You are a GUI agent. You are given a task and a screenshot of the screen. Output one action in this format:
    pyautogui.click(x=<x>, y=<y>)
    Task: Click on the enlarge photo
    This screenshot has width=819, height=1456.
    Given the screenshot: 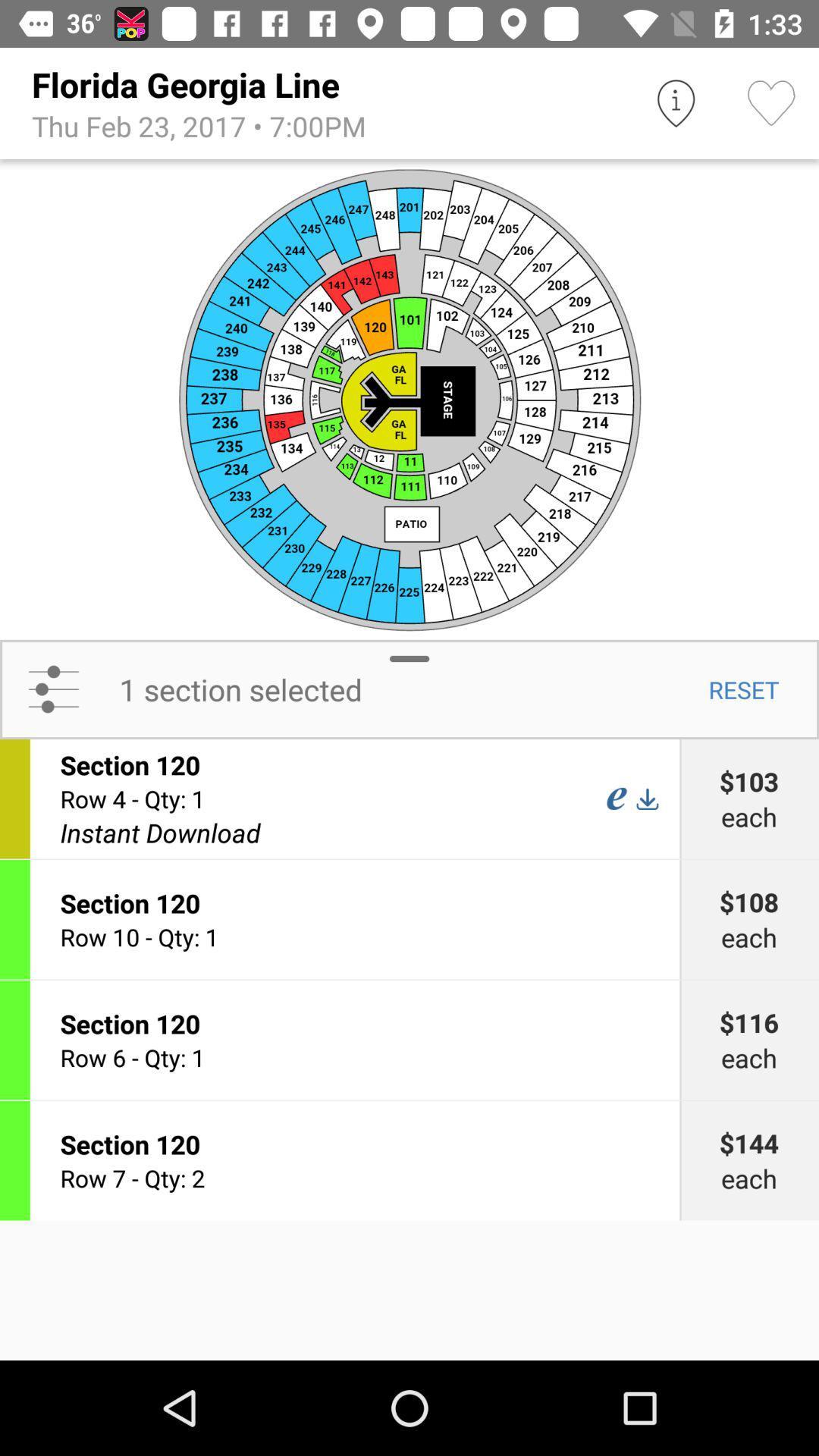 What is the action you would take?
    pyautogui.click(x=409, y=399)
    